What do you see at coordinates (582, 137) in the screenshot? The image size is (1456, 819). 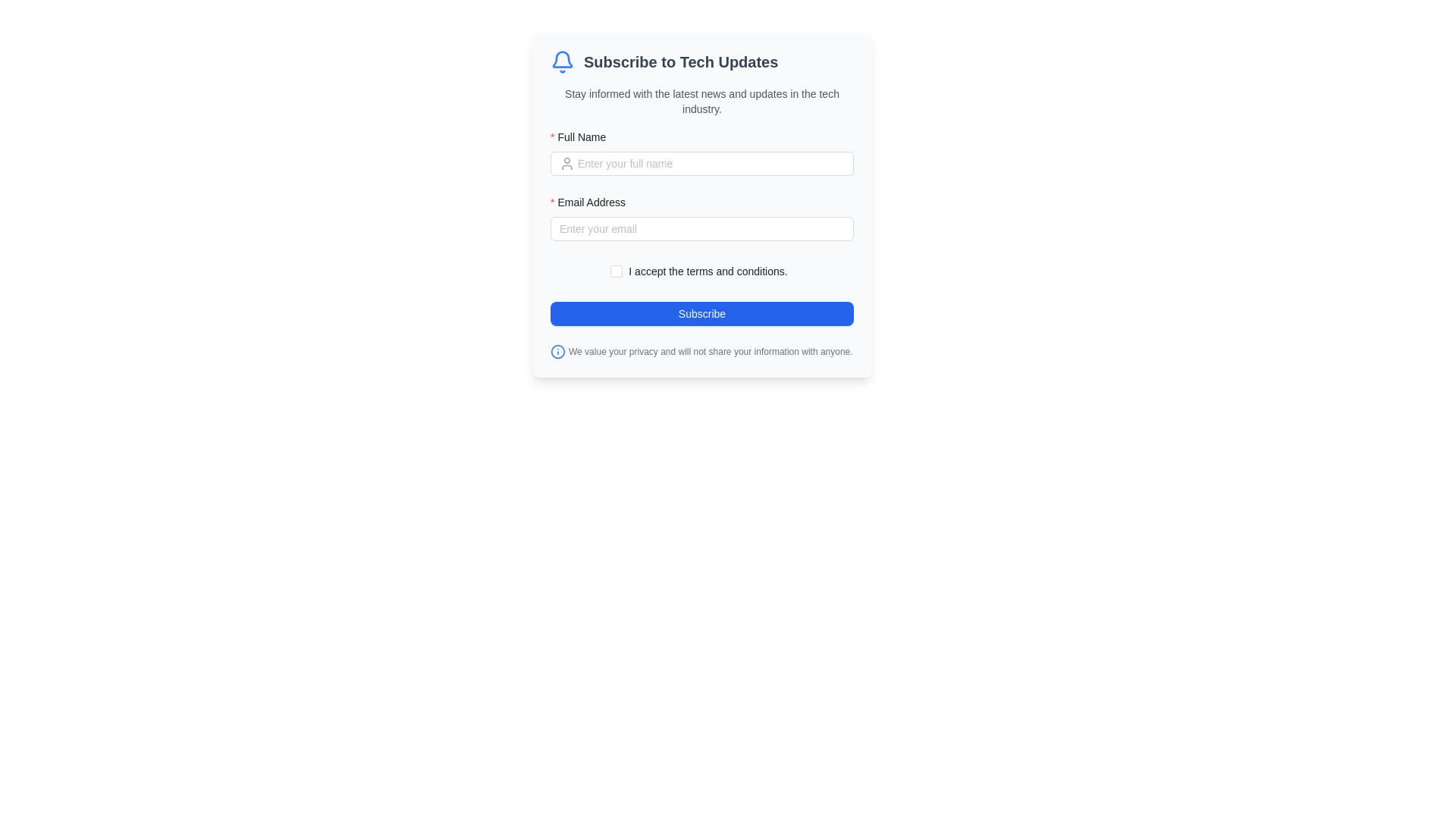 I see `the label indicating 'Enter your full name' in the 'Subscribe to Tech Updates' form, which is positioned near the upper middle of the form` at bounding box center [582, 137].